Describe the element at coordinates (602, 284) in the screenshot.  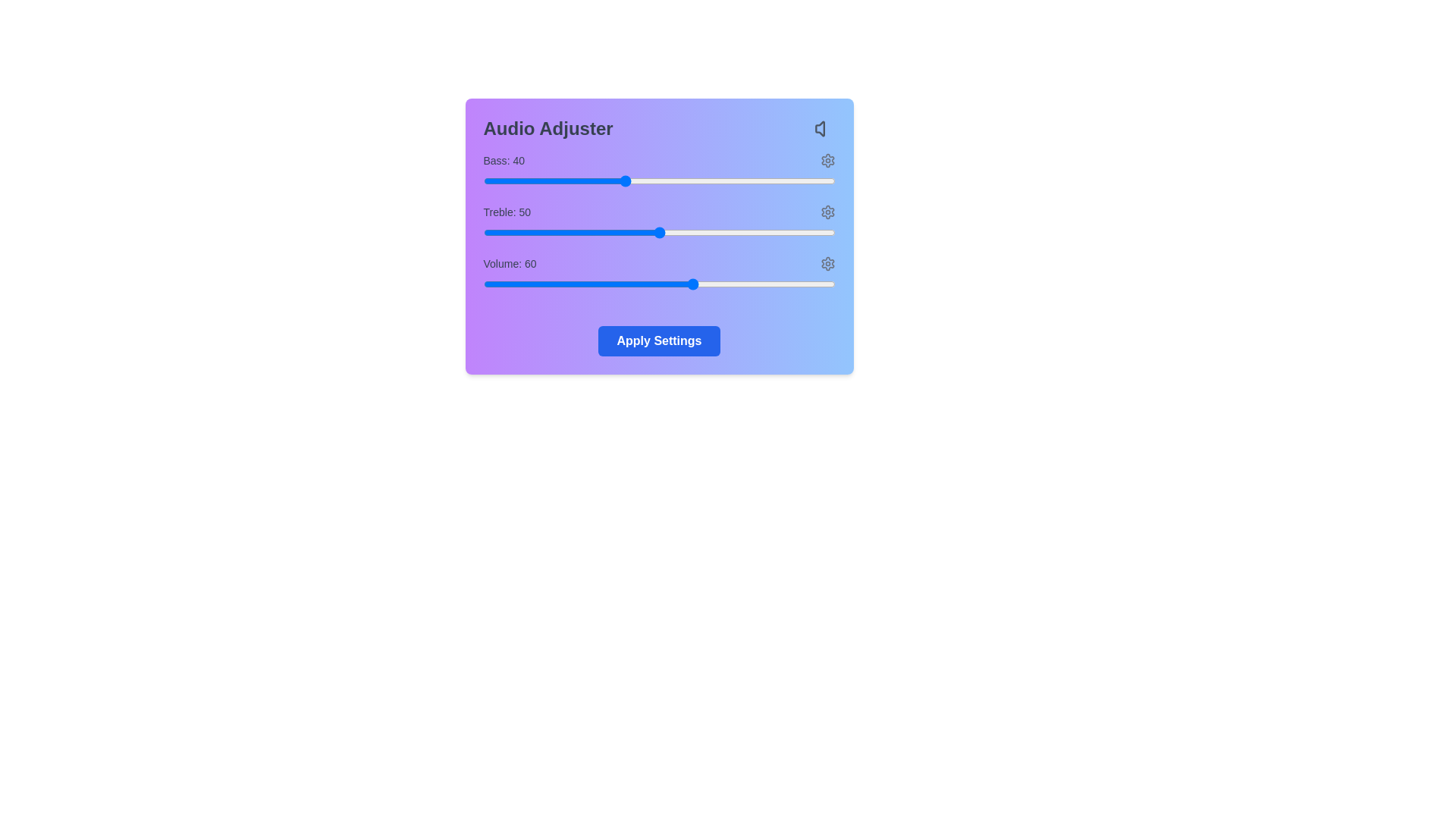
I see `volume level` at that location.